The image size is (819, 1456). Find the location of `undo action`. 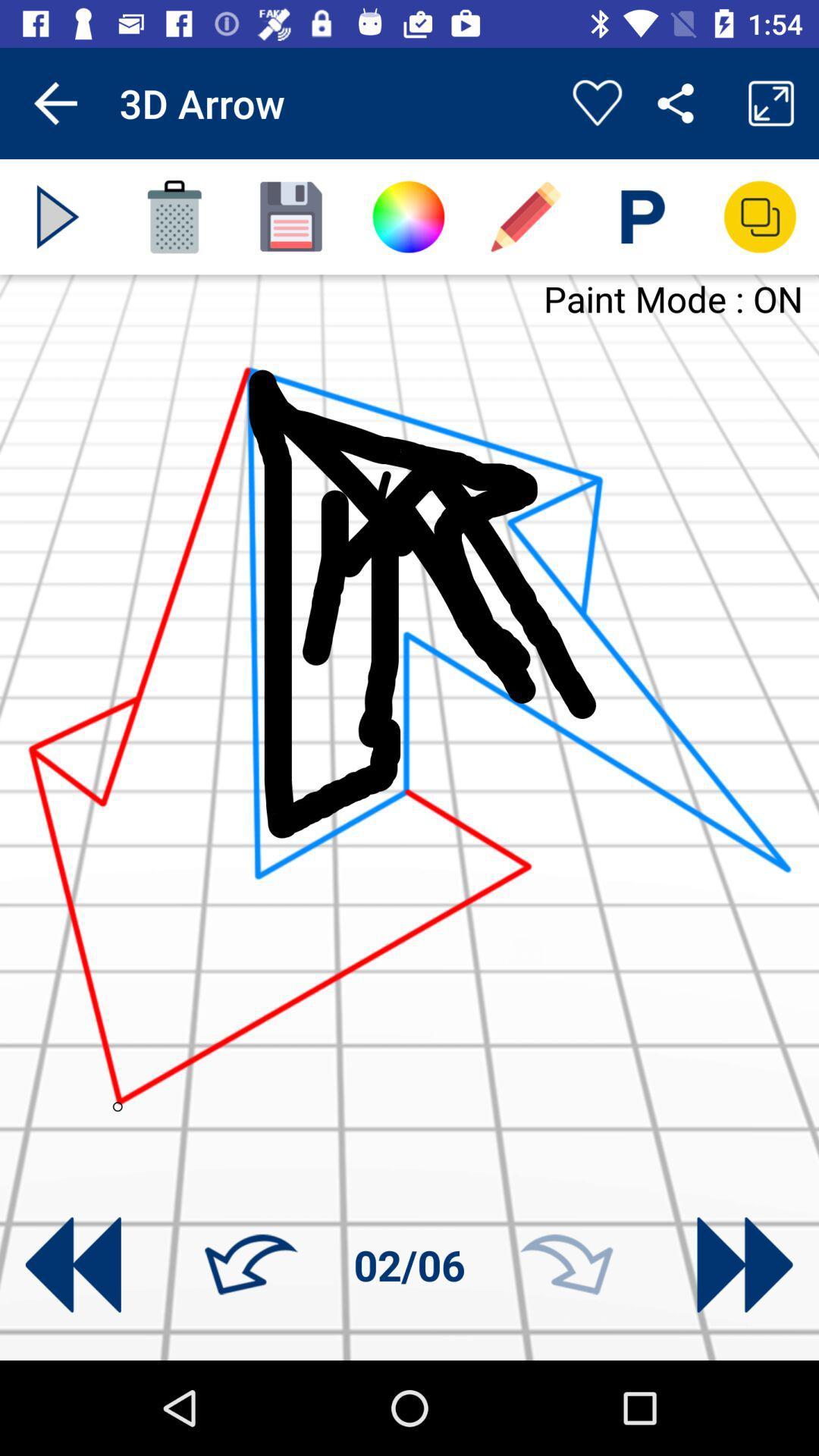

undo action is located at coordinates (250, 1265).